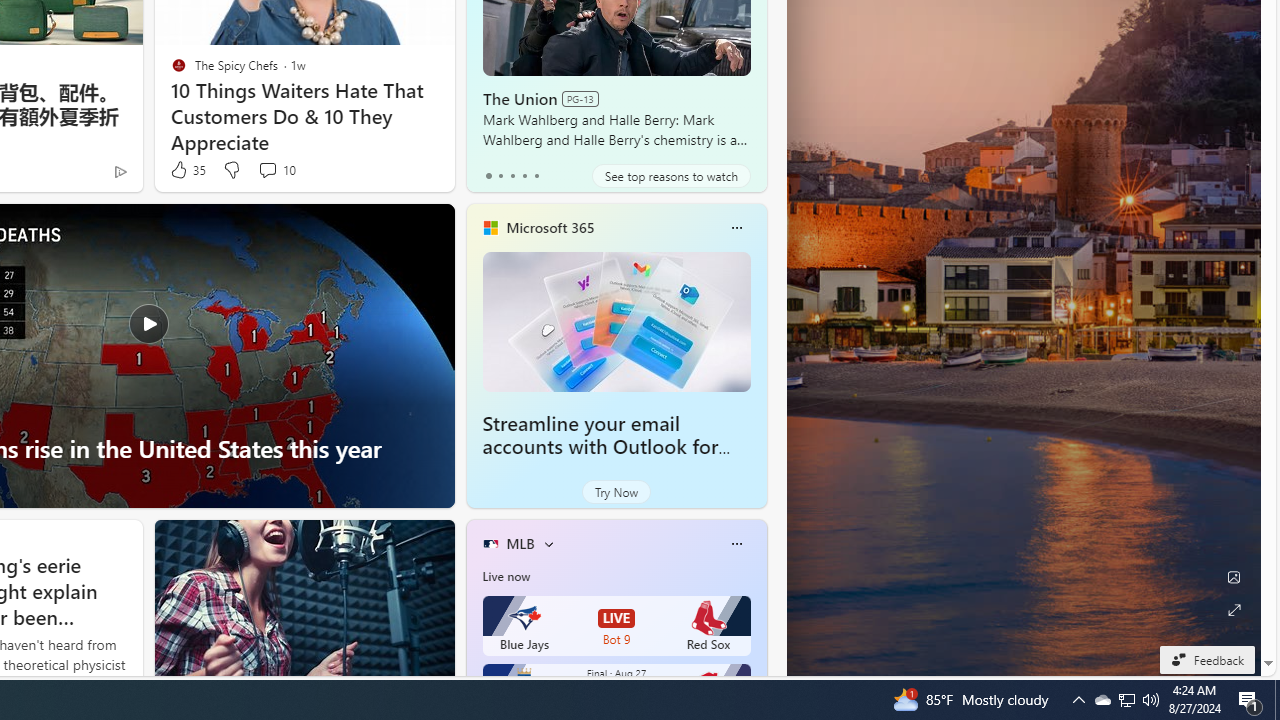  I want to click on 'View comments 10 Comment', so click(266, 168).